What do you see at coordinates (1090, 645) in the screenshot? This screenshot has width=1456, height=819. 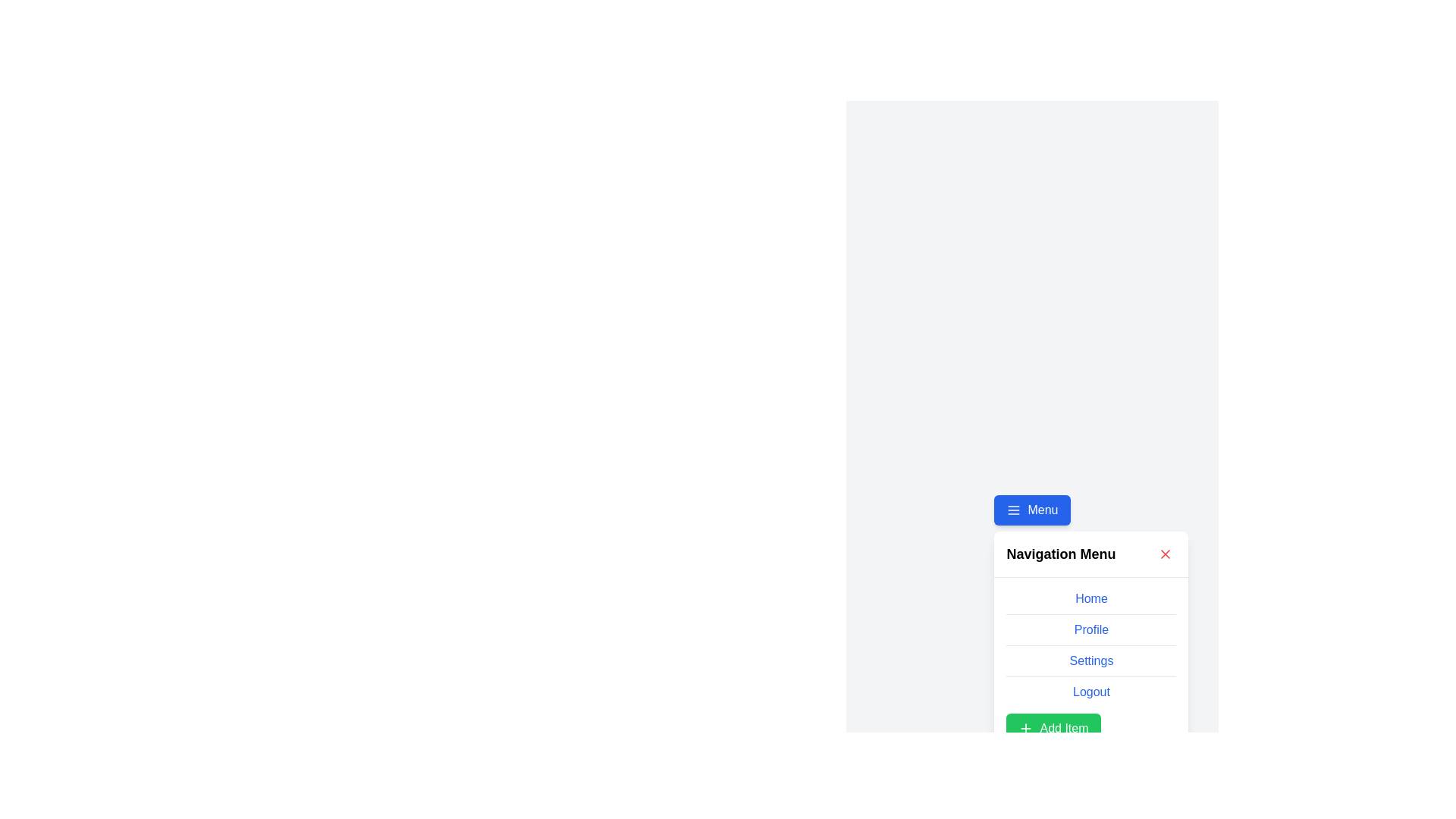 I see `the 'Profile' item in the vertical navigation menu` at bounding box center [1090, 645].